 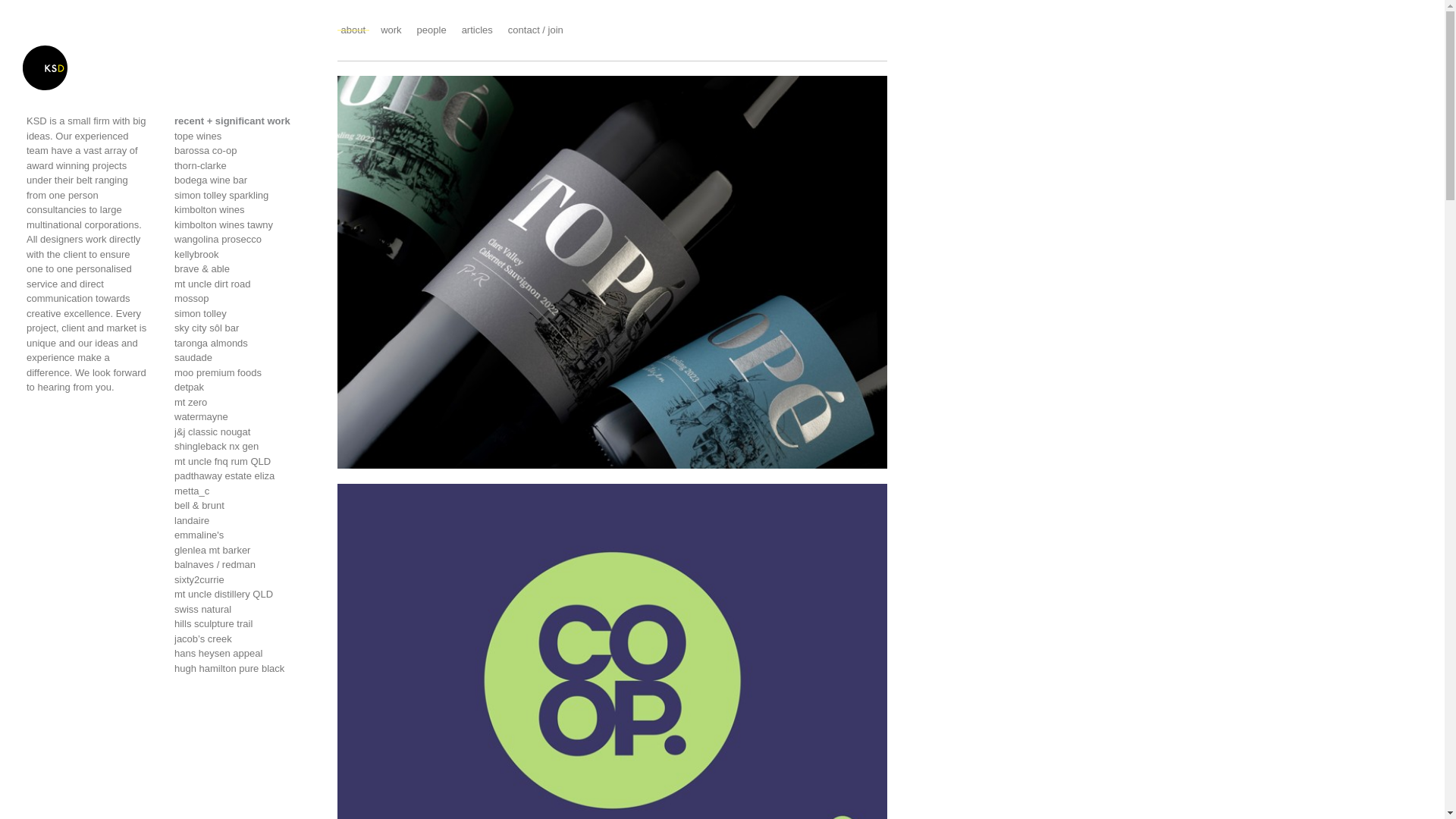 What do you see at coordinates (243, 151) in the screenshot?
I see `'barossa co-op'` at bounding box center [243, 151].